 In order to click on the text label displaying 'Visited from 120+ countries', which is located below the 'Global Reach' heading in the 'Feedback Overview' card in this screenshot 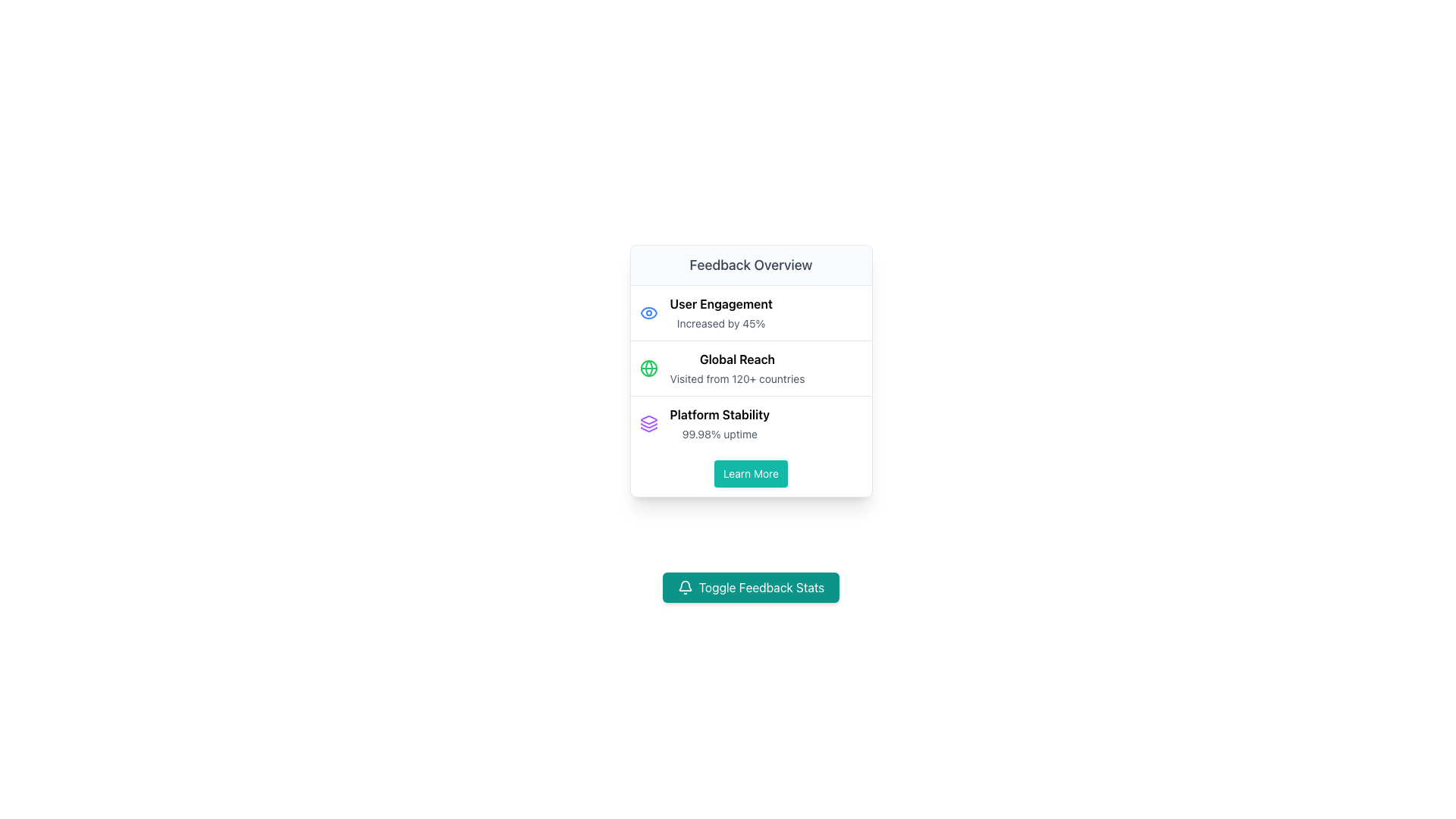, I will do `click(737, 378)`.